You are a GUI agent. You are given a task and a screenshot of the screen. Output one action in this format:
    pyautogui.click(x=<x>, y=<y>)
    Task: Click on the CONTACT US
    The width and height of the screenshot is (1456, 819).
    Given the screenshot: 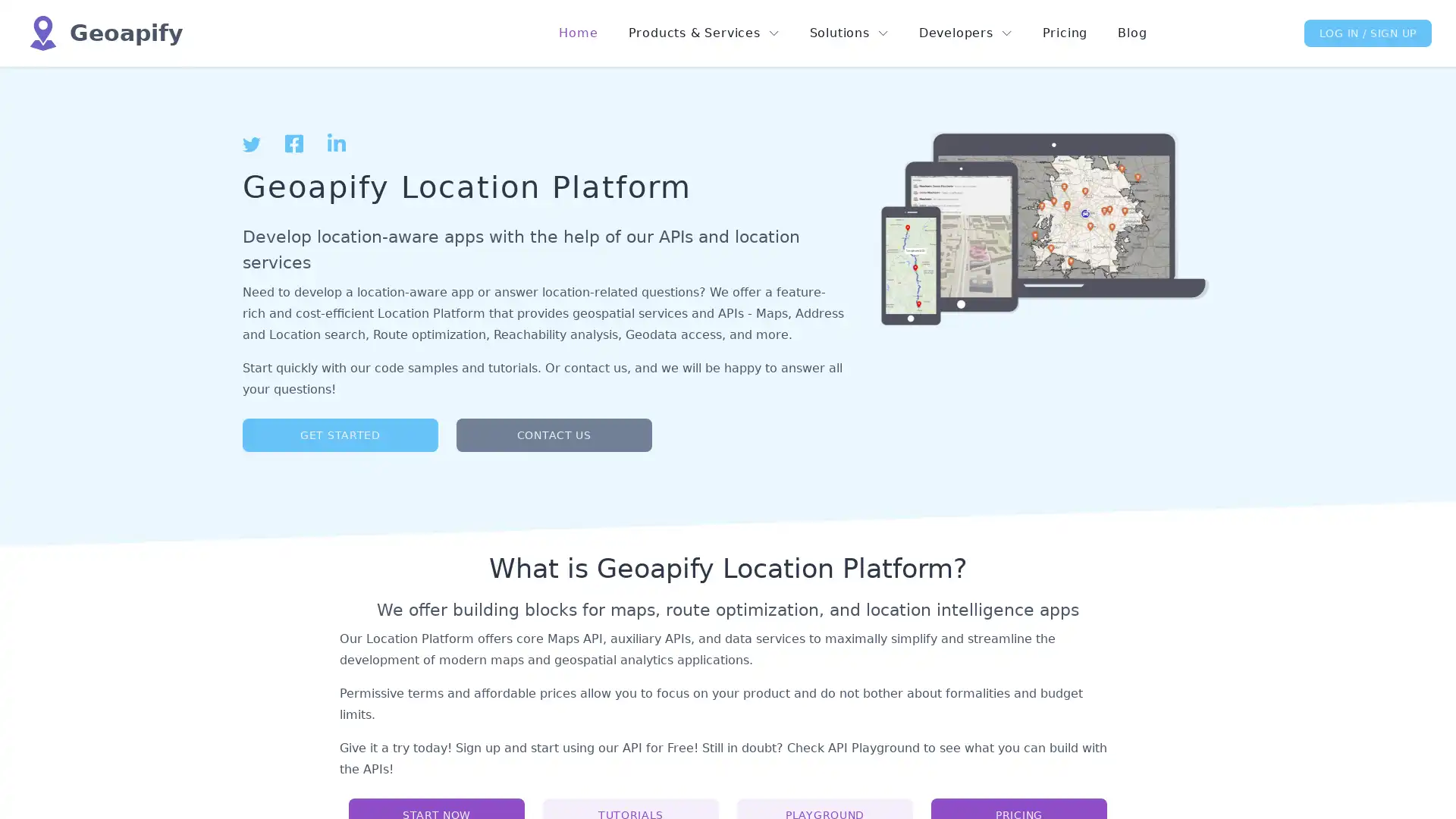 What is the action you would take?
    pyautogui.click(x=552, y=435)
    